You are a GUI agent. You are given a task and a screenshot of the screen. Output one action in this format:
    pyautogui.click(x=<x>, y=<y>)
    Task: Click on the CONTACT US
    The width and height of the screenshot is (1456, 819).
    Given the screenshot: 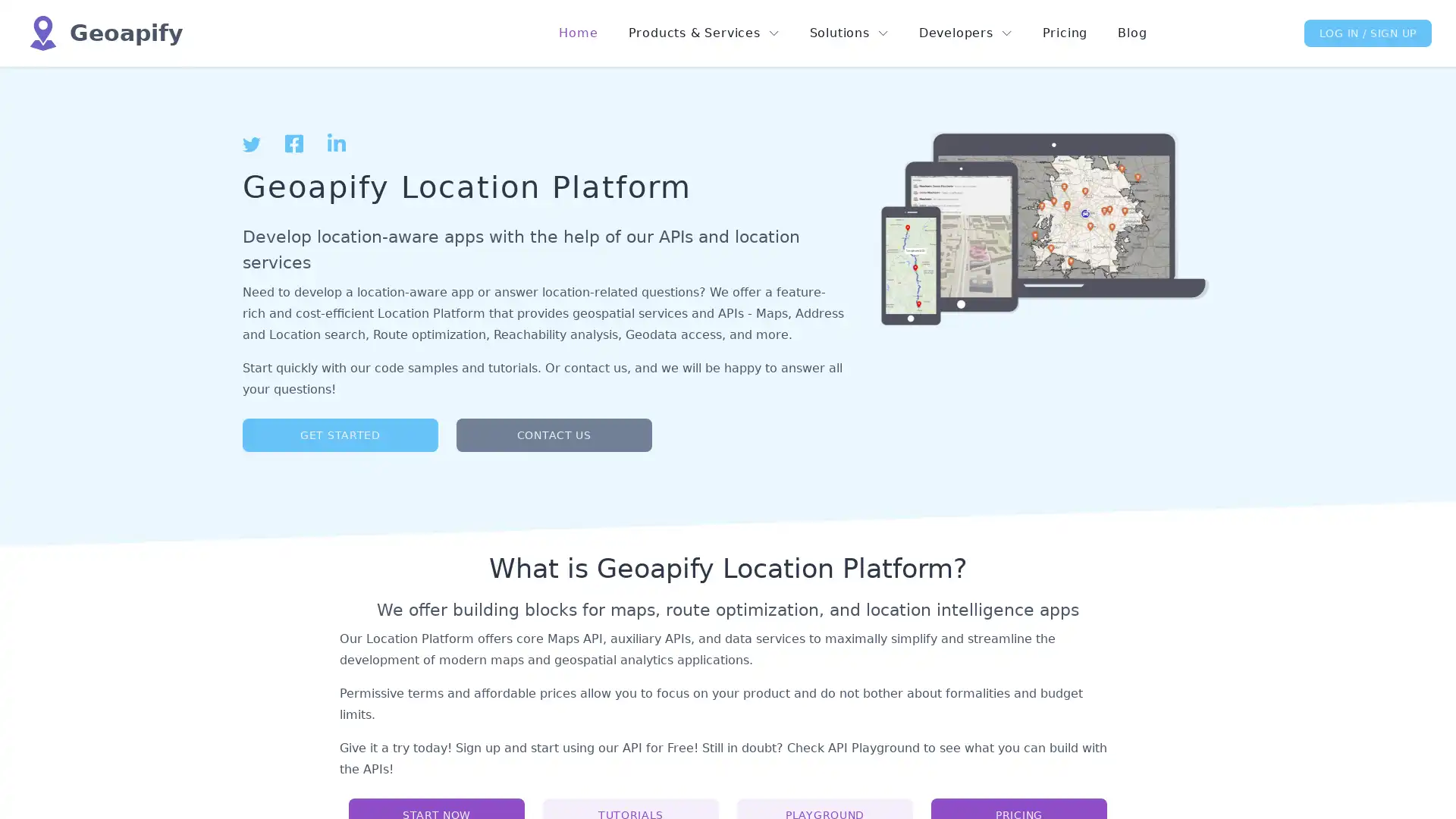 What is the action you would take?
    pyautogui.click(x=552, y=435)
    